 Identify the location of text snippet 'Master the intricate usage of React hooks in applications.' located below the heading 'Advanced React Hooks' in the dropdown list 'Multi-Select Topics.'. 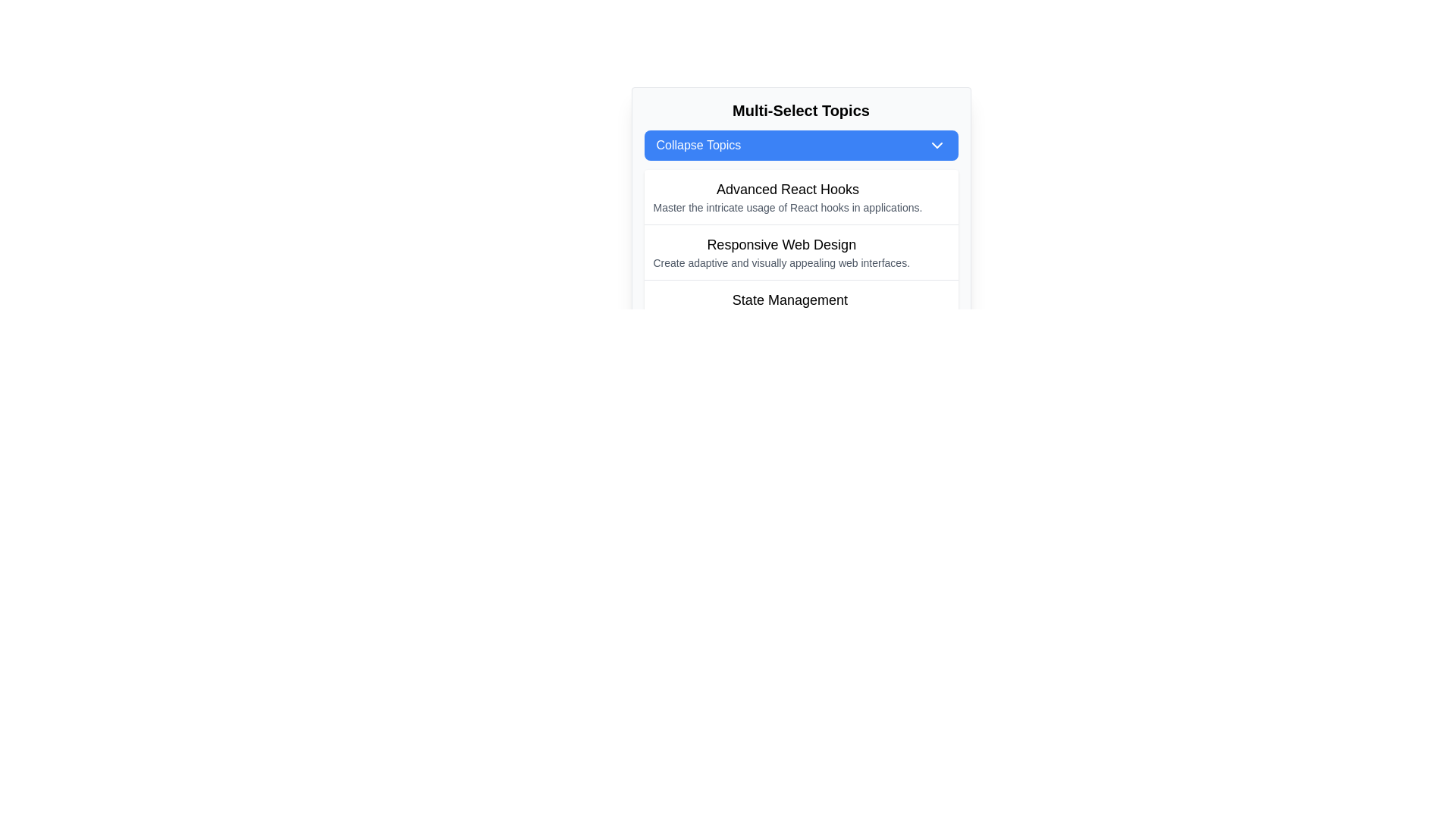
(787, 207).